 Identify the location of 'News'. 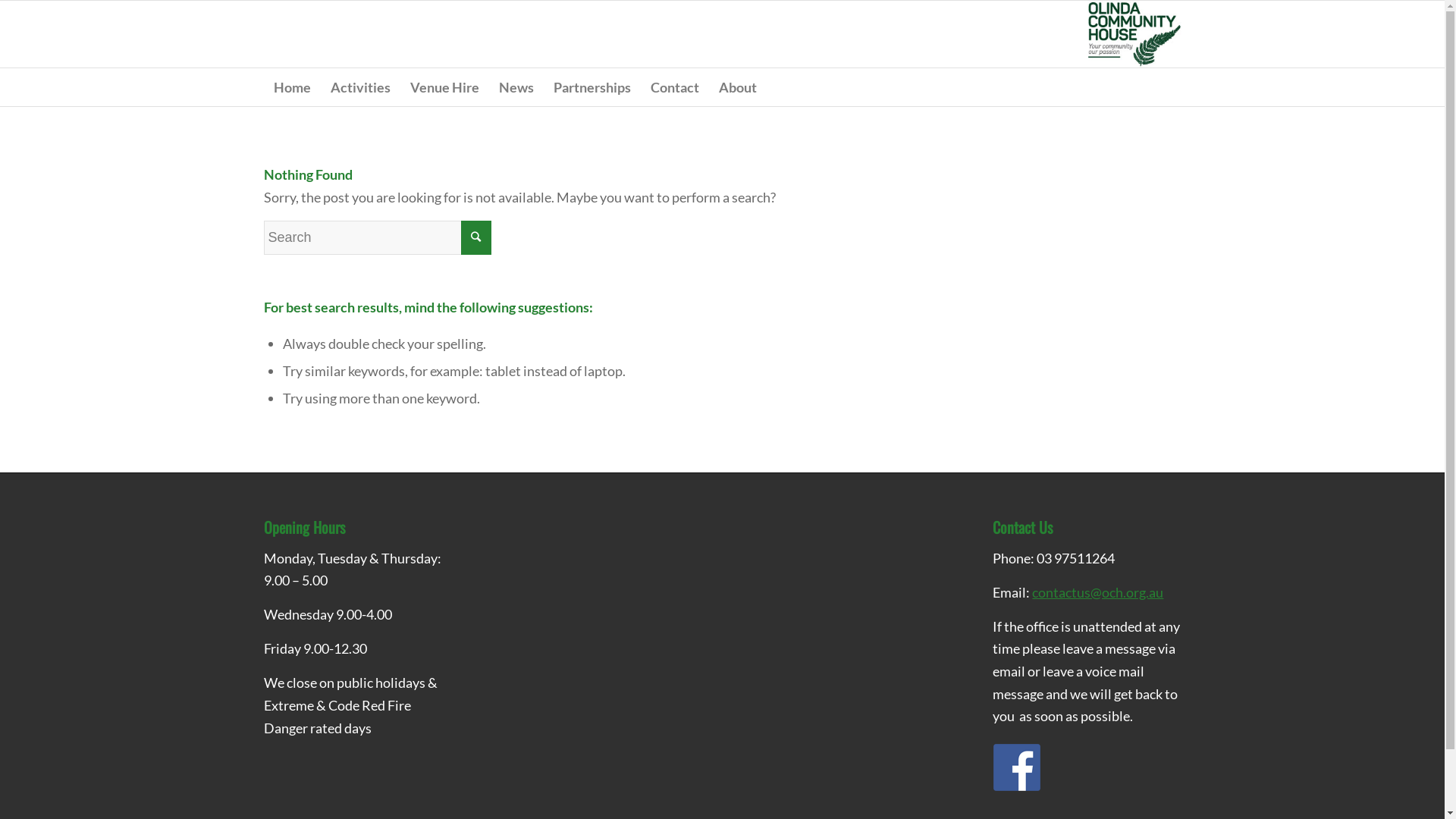
(516, 87).